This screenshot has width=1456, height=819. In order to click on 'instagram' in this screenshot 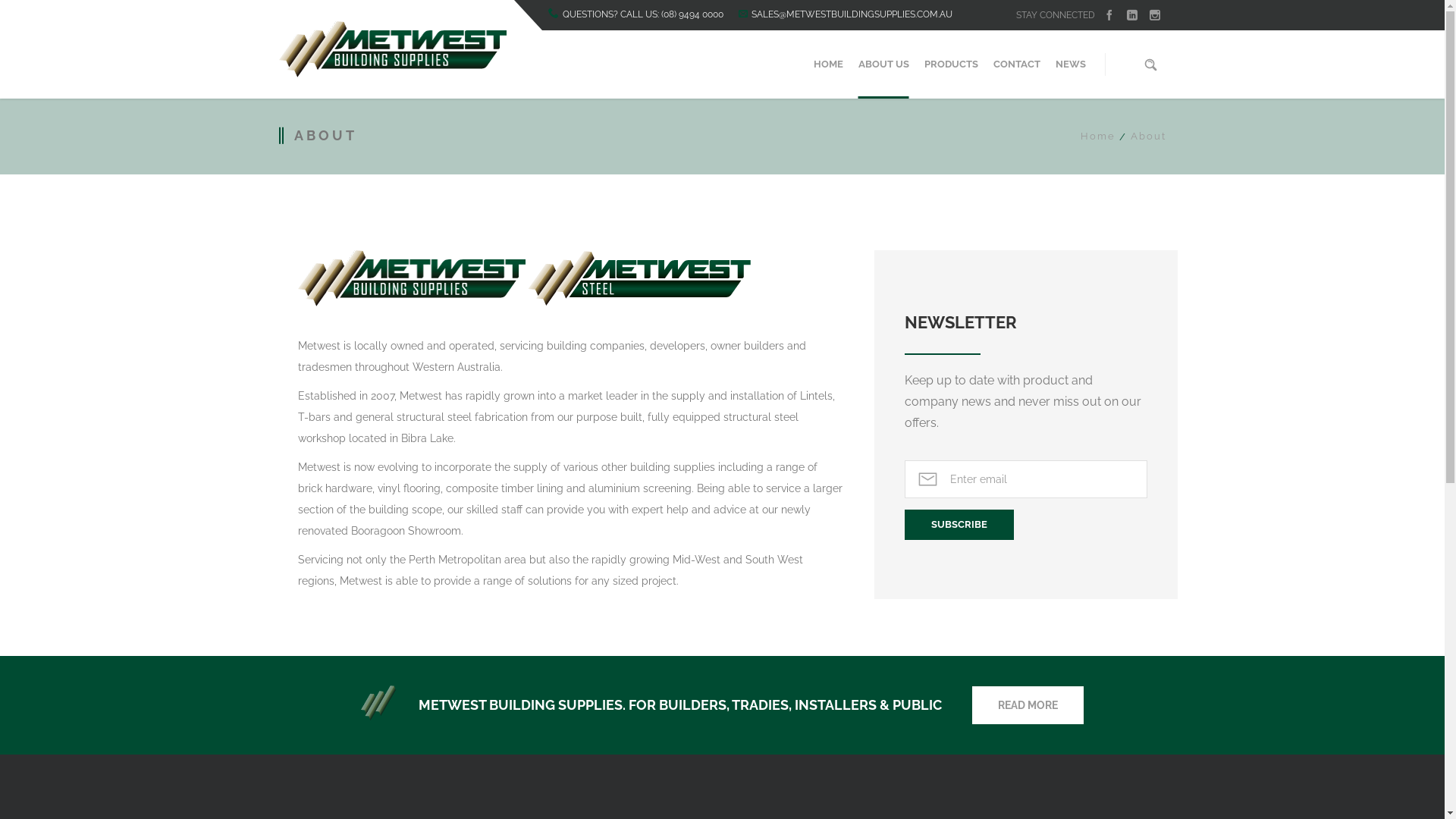, I will do `click(1143, 14)`.